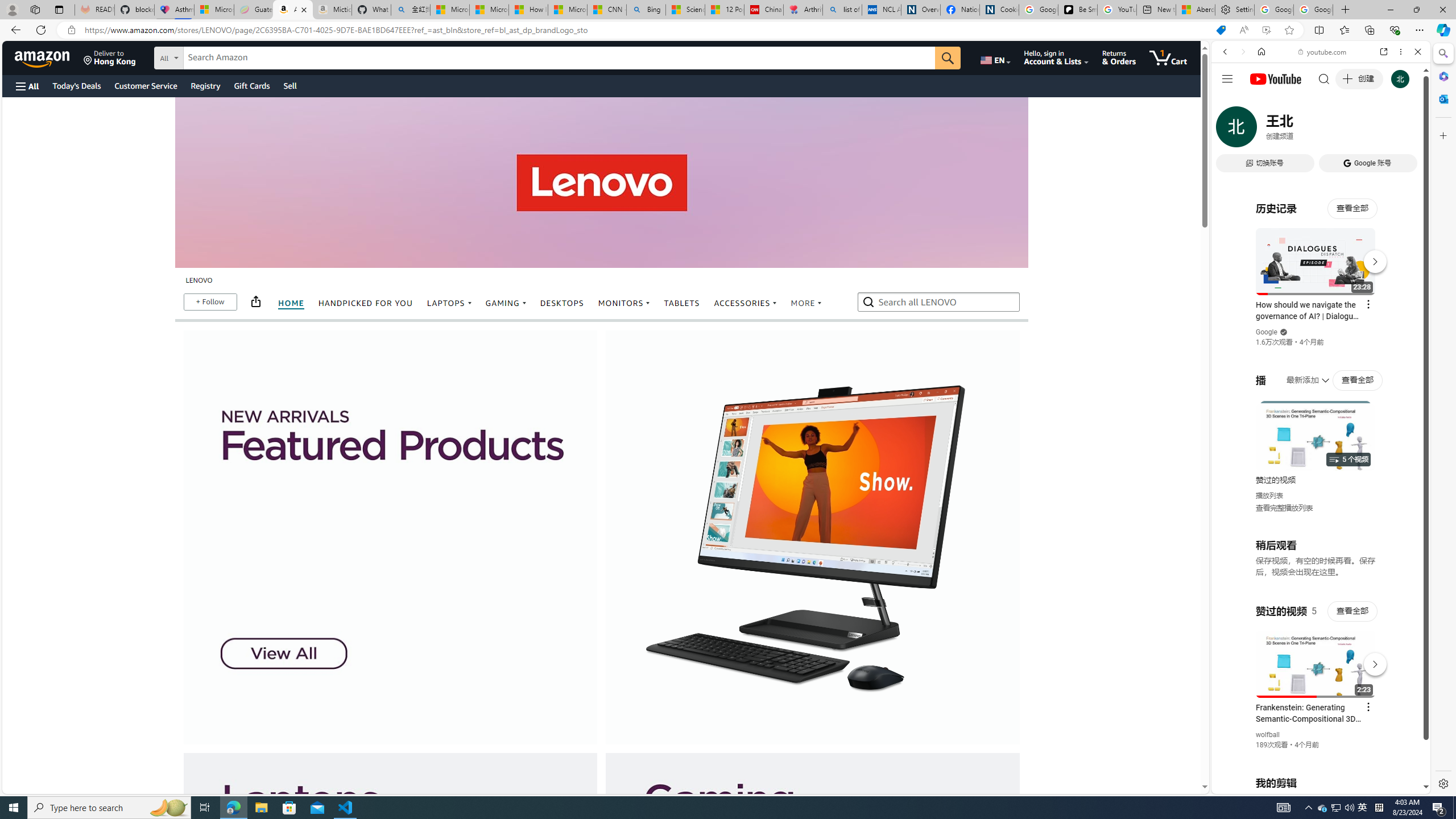 The height and width of the screenshot is (819, 1456). What do you see at coordinates (448, 303) in the screenshot?
I see `'LAPTOPS'` at bounding box center [448, 303].